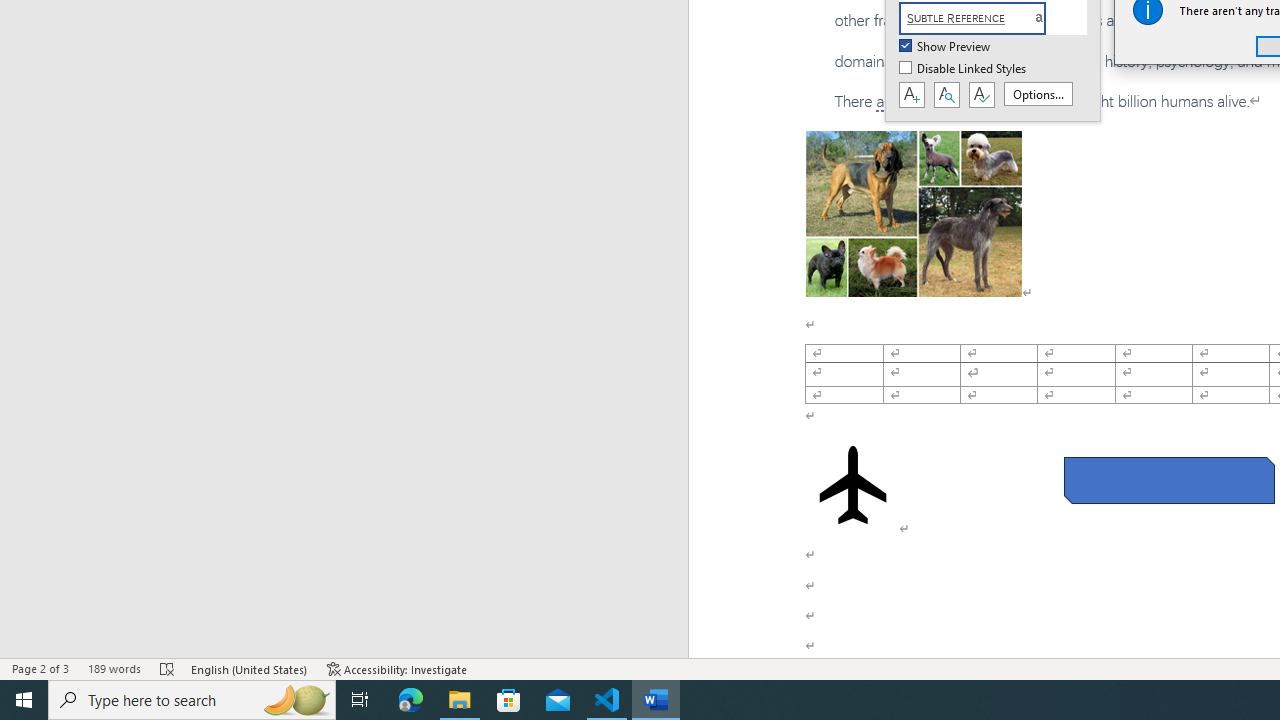 Image resolution: width=1280 pixels, height=720 pixels. Describe the element at coordinates (168, 669) in the screenshot. I see `'Spelling and Grammar Check Errors'` at that location.